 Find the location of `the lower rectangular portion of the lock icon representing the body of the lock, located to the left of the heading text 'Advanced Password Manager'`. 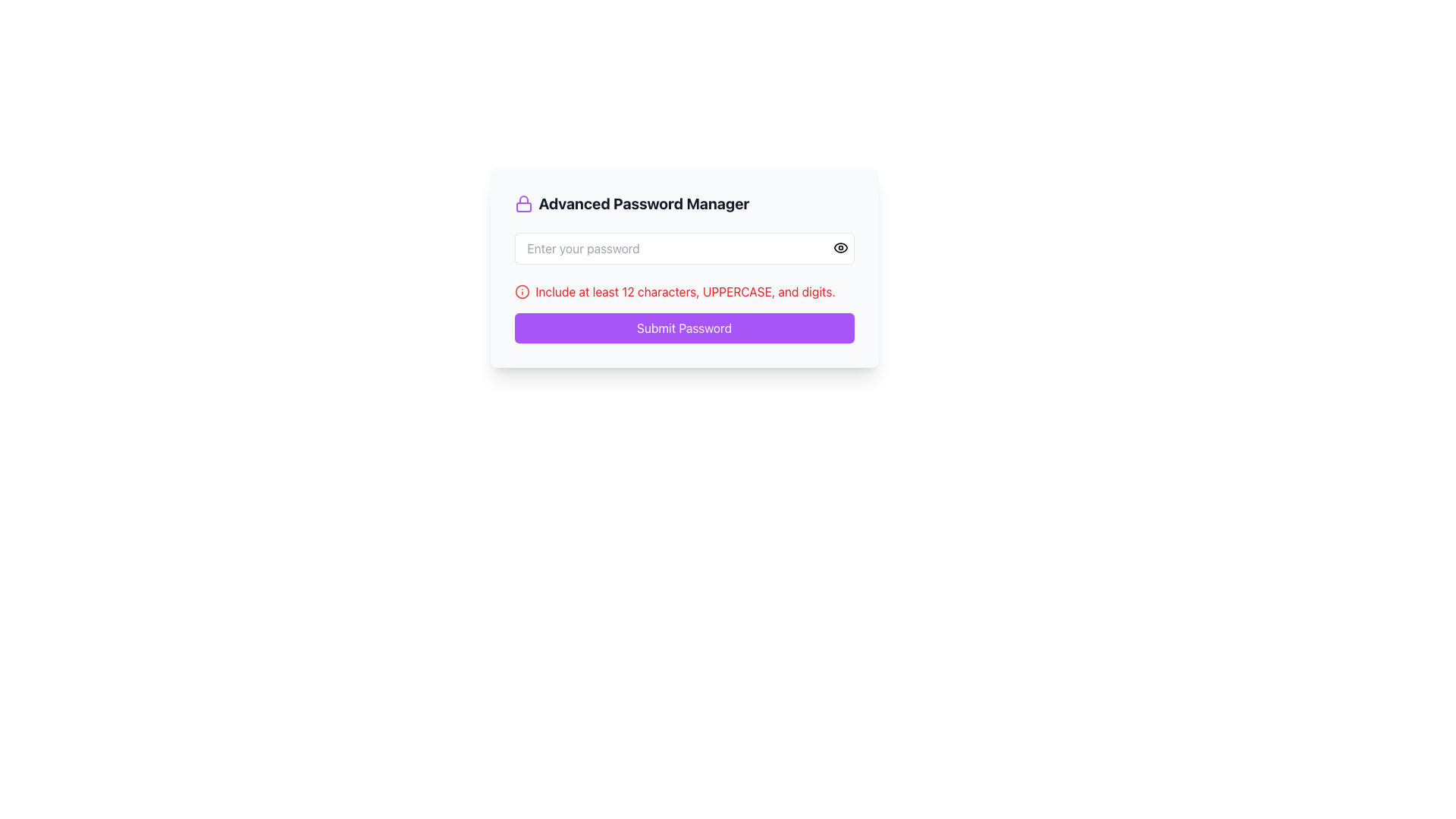

the lower rectangular portion of the lock icon representing the body of the lock, located to the left of the heading text 'Advanced Password Manager' is located at coordinates (523, 207).